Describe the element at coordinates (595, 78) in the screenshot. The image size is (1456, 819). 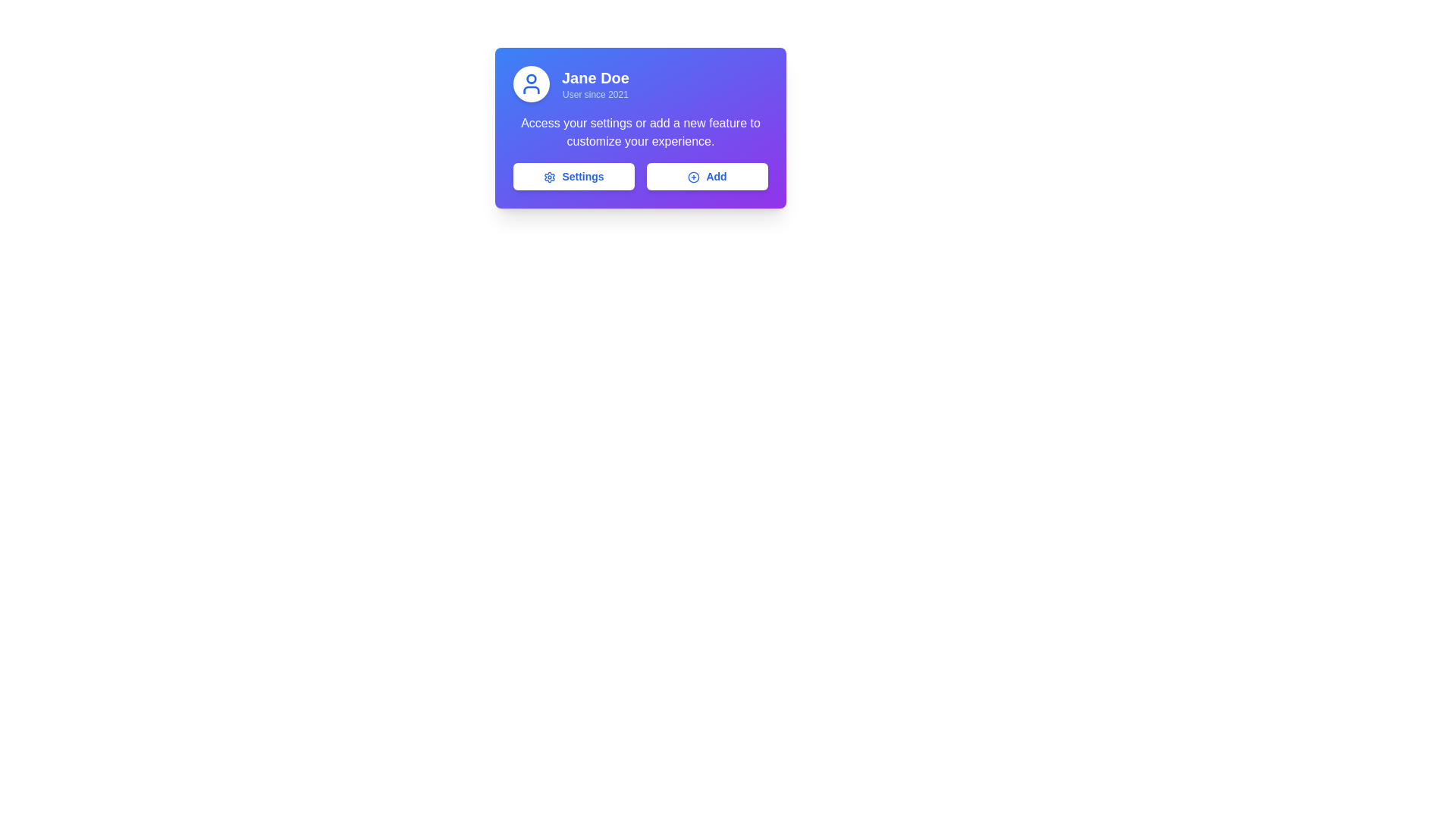
I see `text displayed in the non-interactive label that shows the user's name, located in the top-right corner of the card structure` at that location.